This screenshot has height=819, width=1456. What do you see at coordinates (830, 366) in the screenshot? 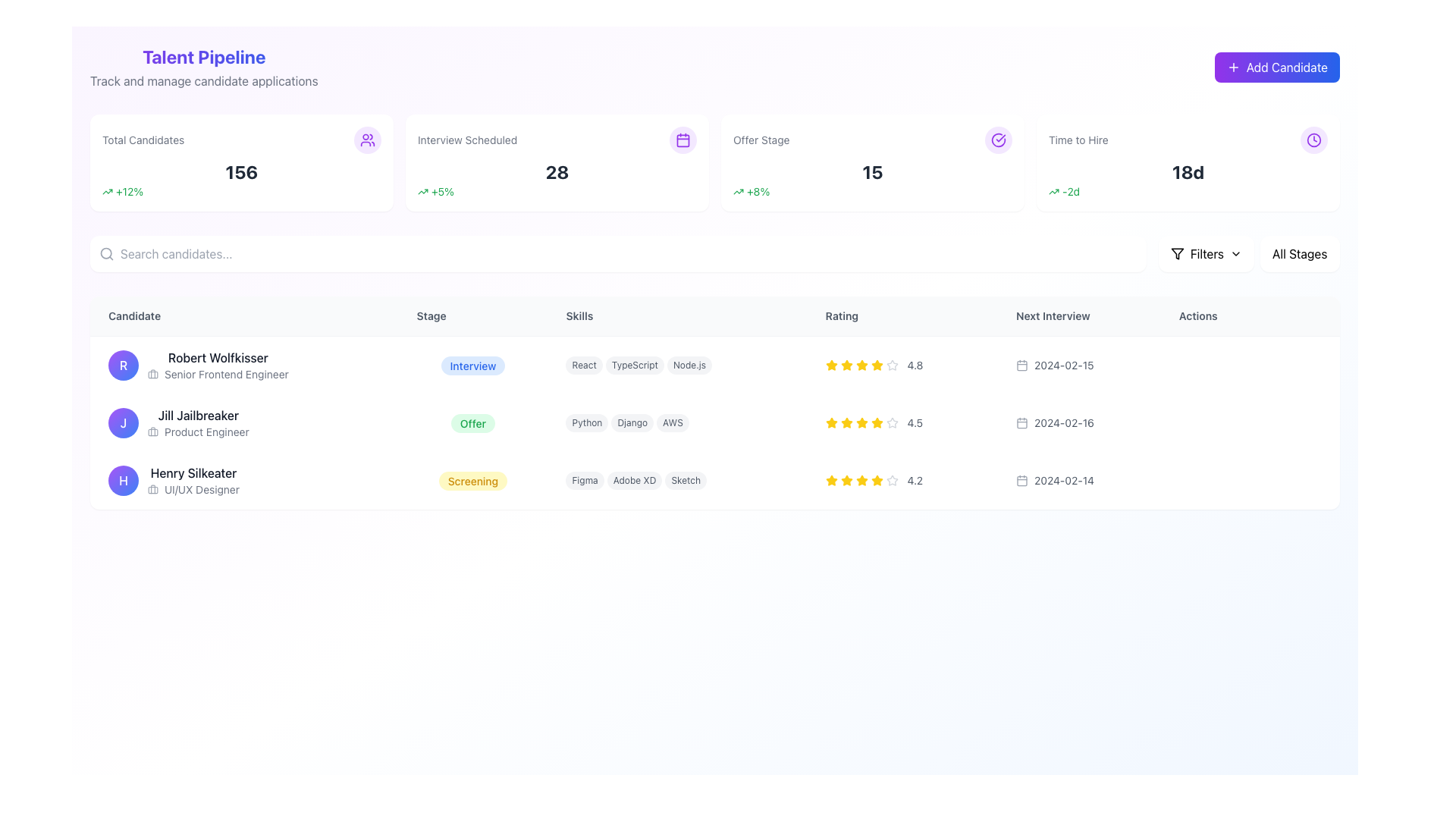
I see `the first star icon in the rating component for the candidate 'Robert Wolfkisser', which is visually styled in bright yellow and represents a rating of '4.8'` at bounding box center [830, 366].